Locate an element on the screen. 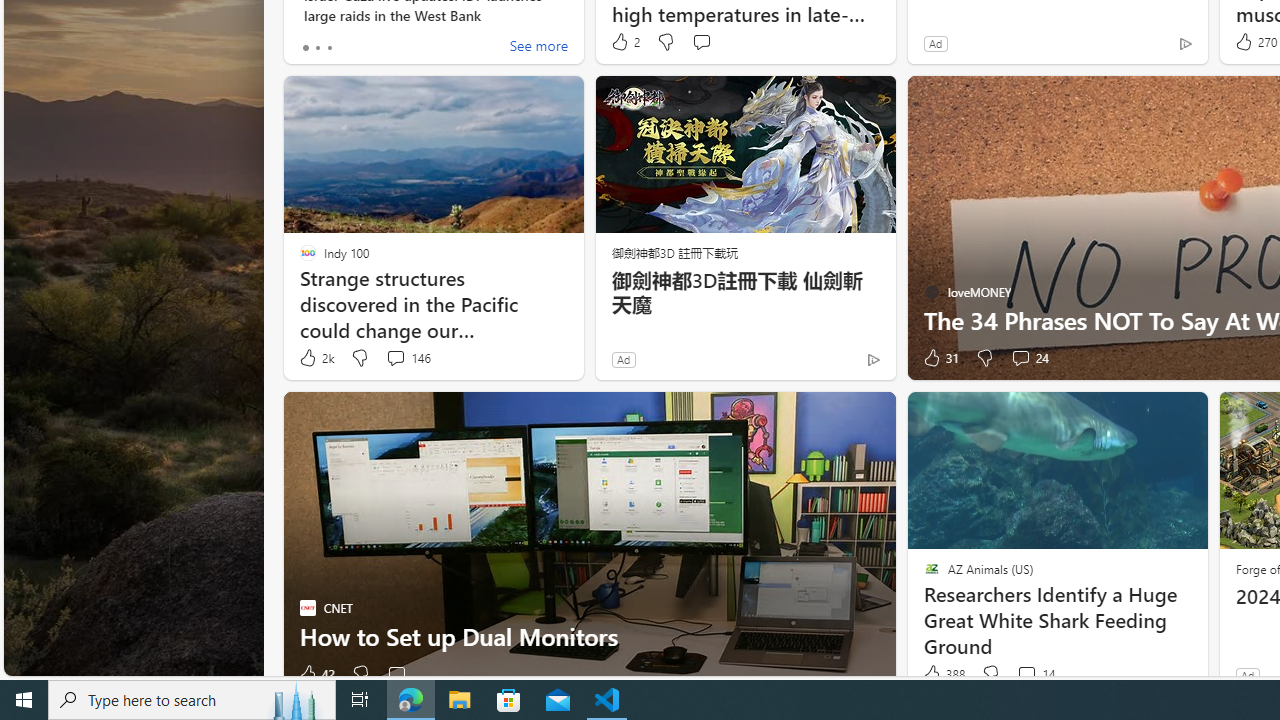 The height and width of the screenshot is (720, 1280). 'See more' is located at coordinates (538, 46).